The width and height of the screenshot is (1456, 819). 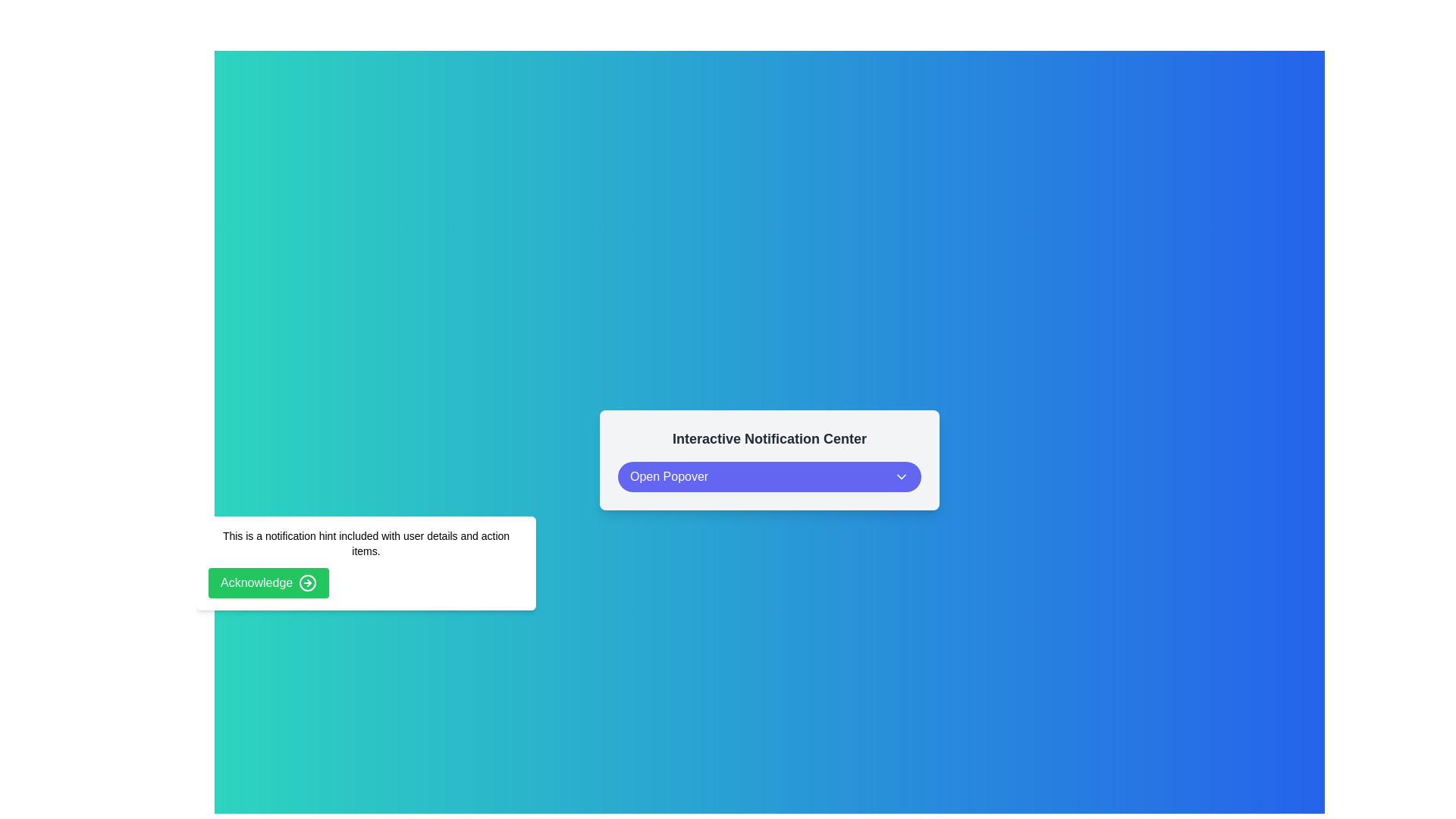 What do you see at coordinates (902, 475) in the screenshot?
I see `the chevron icon located at the right end of the 'Open Popover' button` at bounding box center [902, 475].